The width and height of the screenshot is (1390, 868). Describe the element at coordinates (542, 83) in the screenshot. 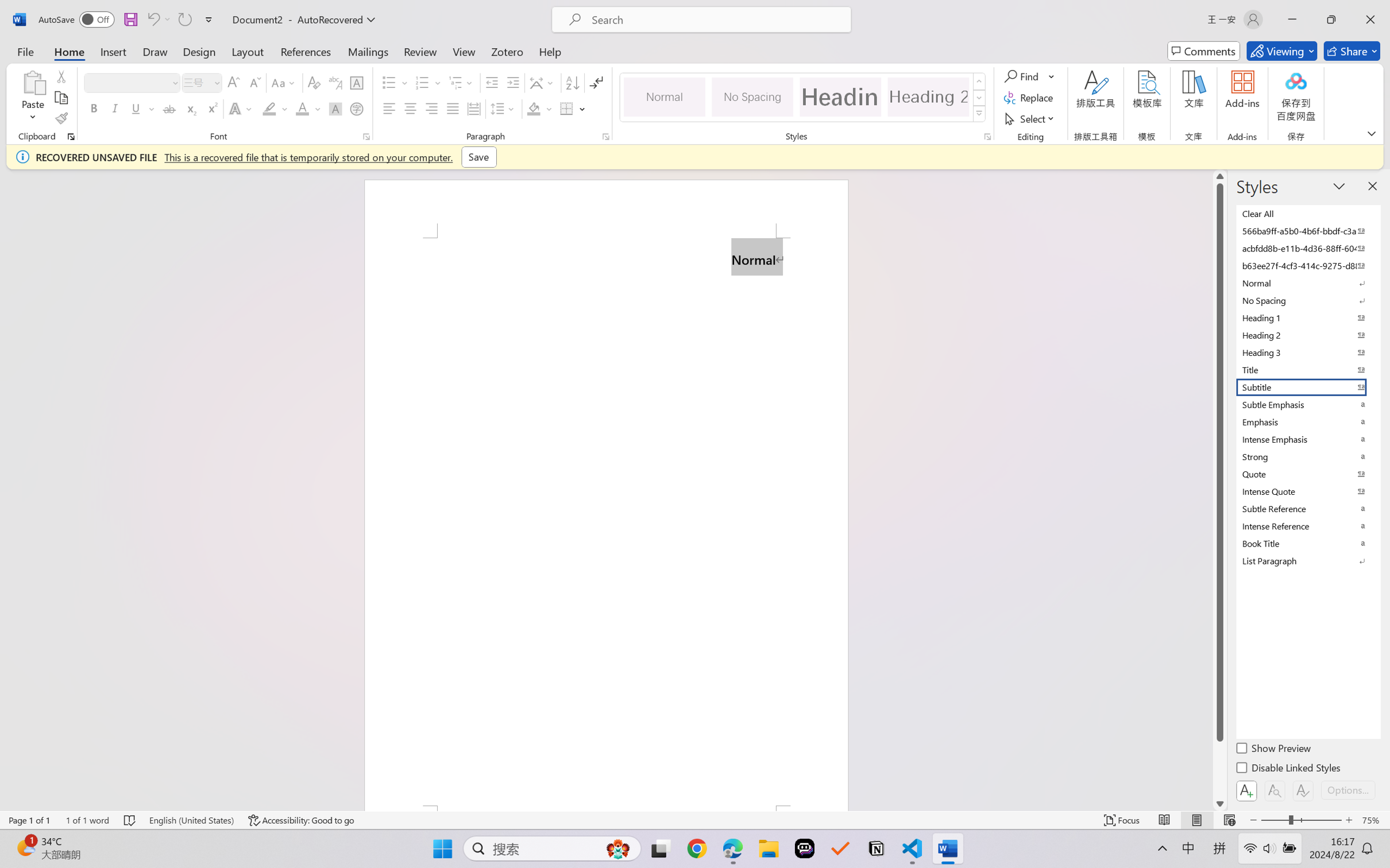

I see `'Asian Layout'` at that location.